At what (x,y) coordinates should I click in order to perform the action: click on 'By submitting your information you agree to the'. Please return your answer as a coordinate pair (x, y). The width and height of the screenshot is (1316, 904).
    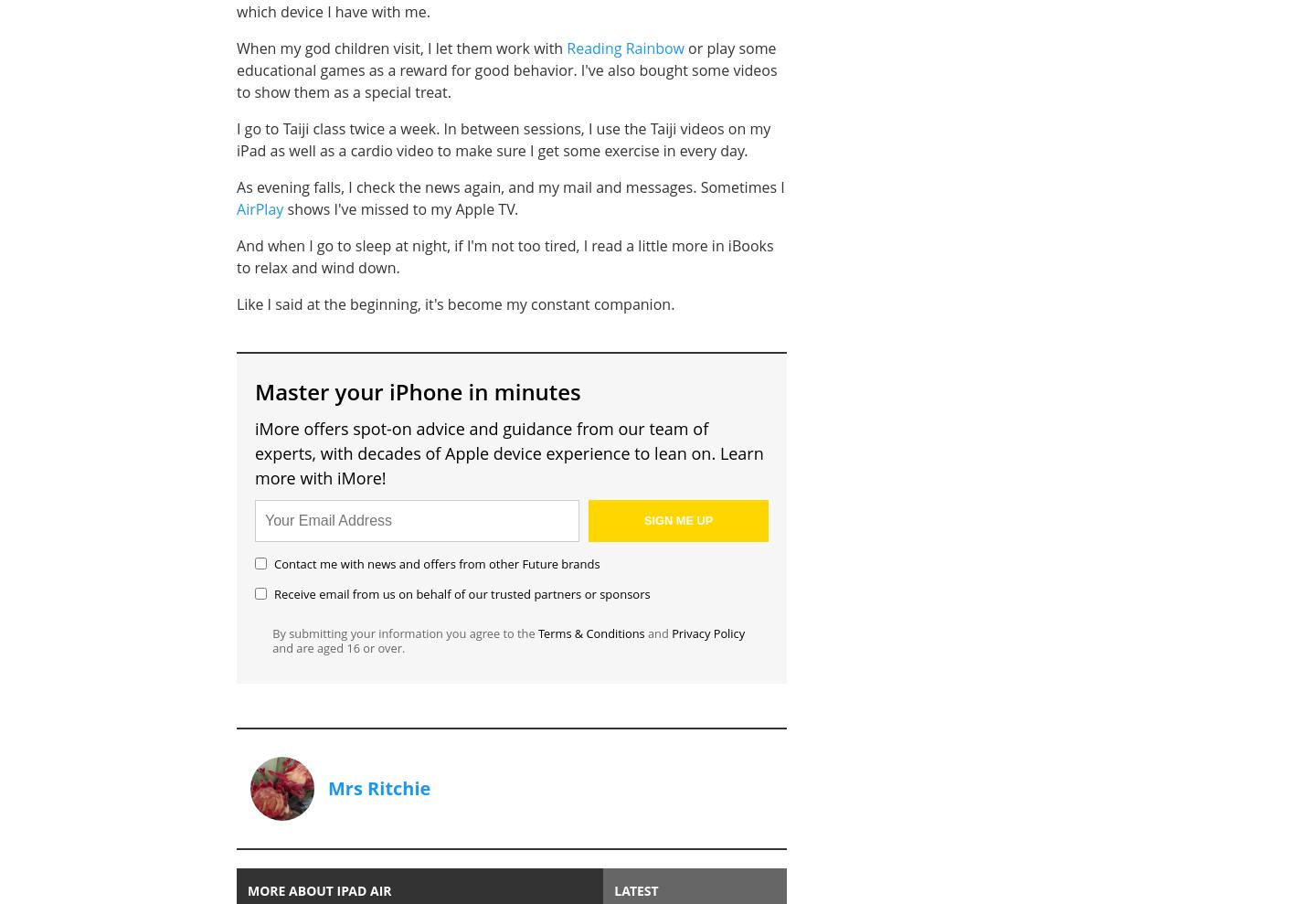
    Looking at the image, I should click on (271, 632).